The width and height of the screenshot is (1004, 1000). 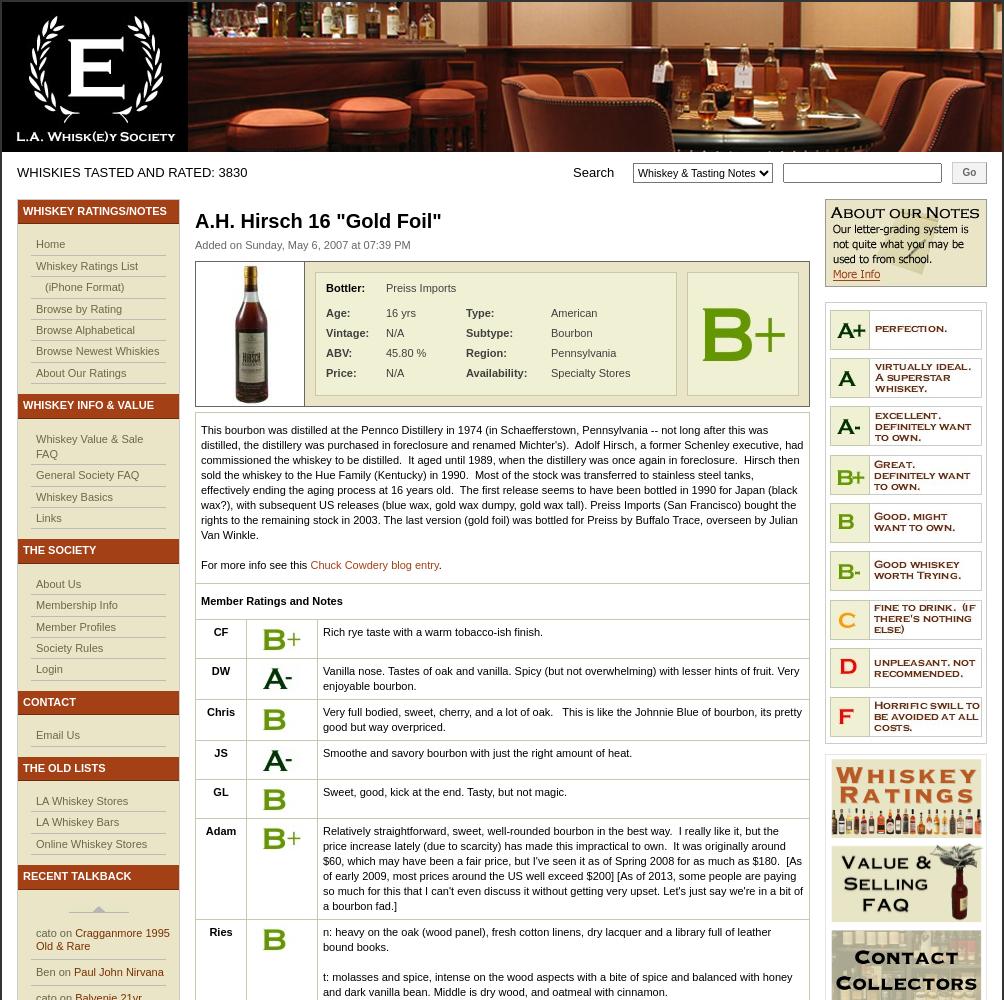 I want to click on '45.80 %', so click(x=405, y=352).